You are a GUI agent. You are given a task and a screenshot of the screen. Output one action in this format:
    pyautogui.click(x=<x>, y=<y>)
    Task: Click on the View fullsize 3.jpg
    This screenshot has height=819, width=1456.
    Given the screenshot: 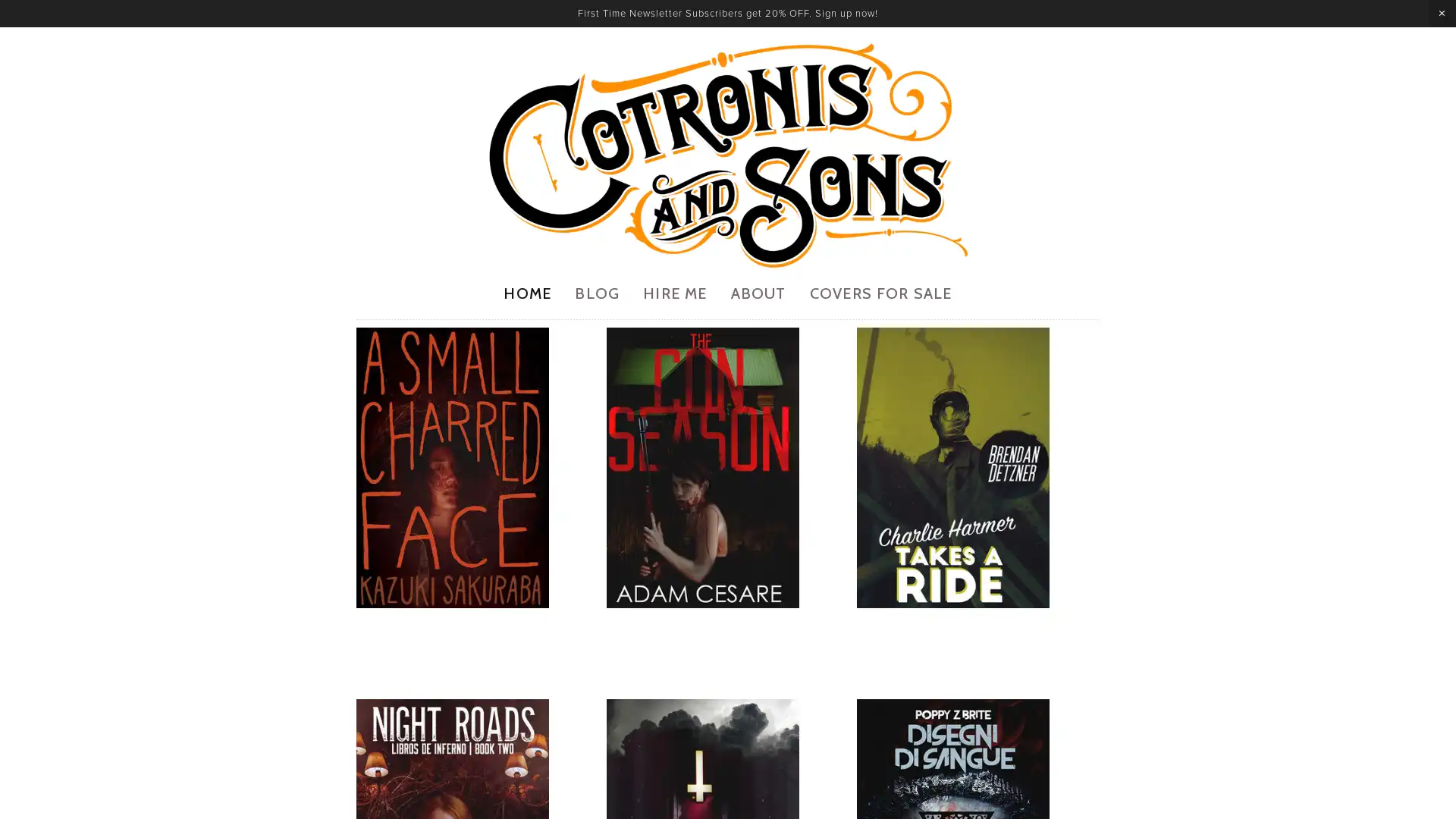 What is the action you would take?
    pyautogui.click(x=728, y=509)
    